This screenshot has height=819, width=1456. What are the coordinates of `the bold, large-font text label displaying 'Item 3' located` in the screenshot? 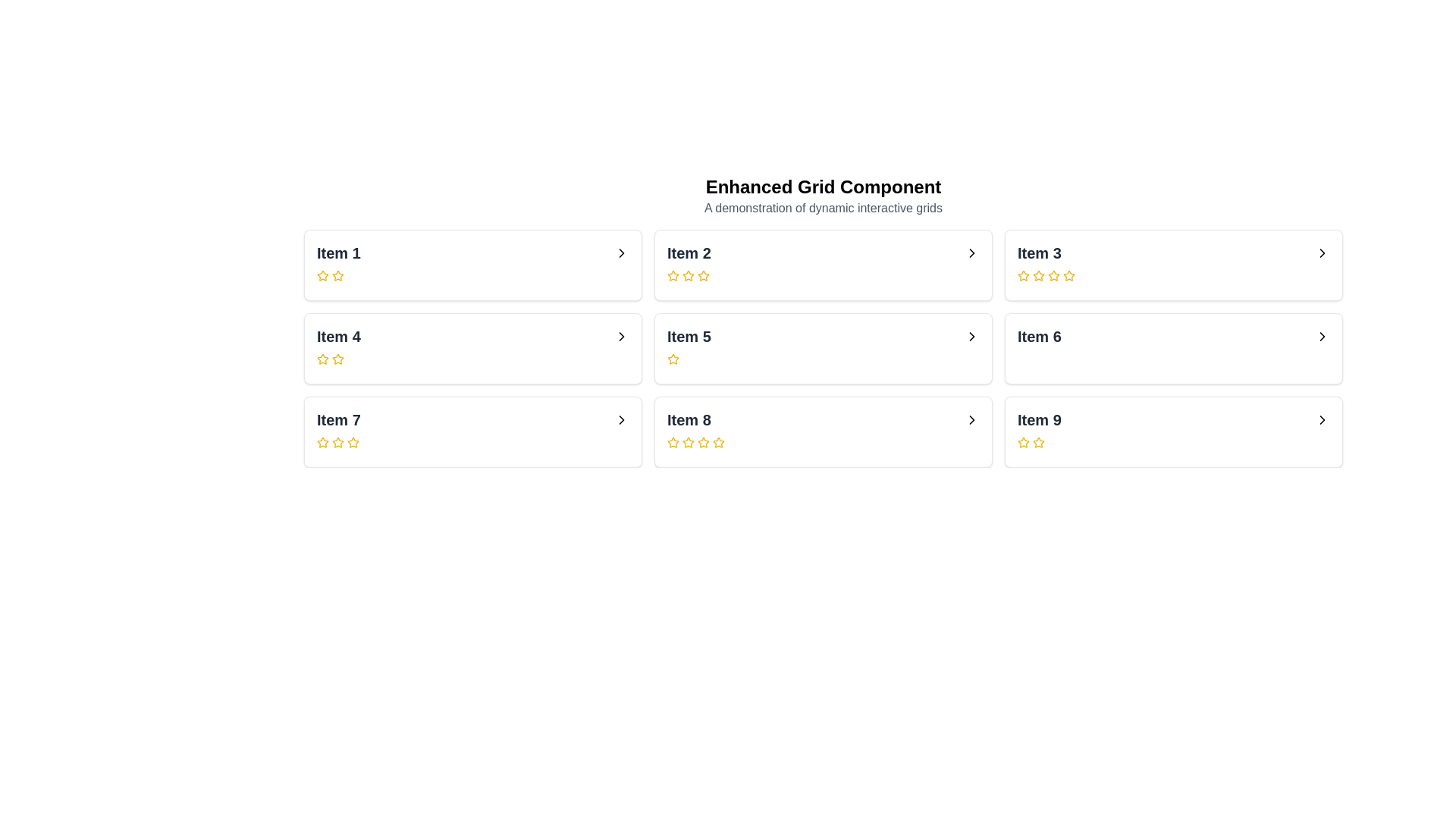 It's located at (1038, 253).